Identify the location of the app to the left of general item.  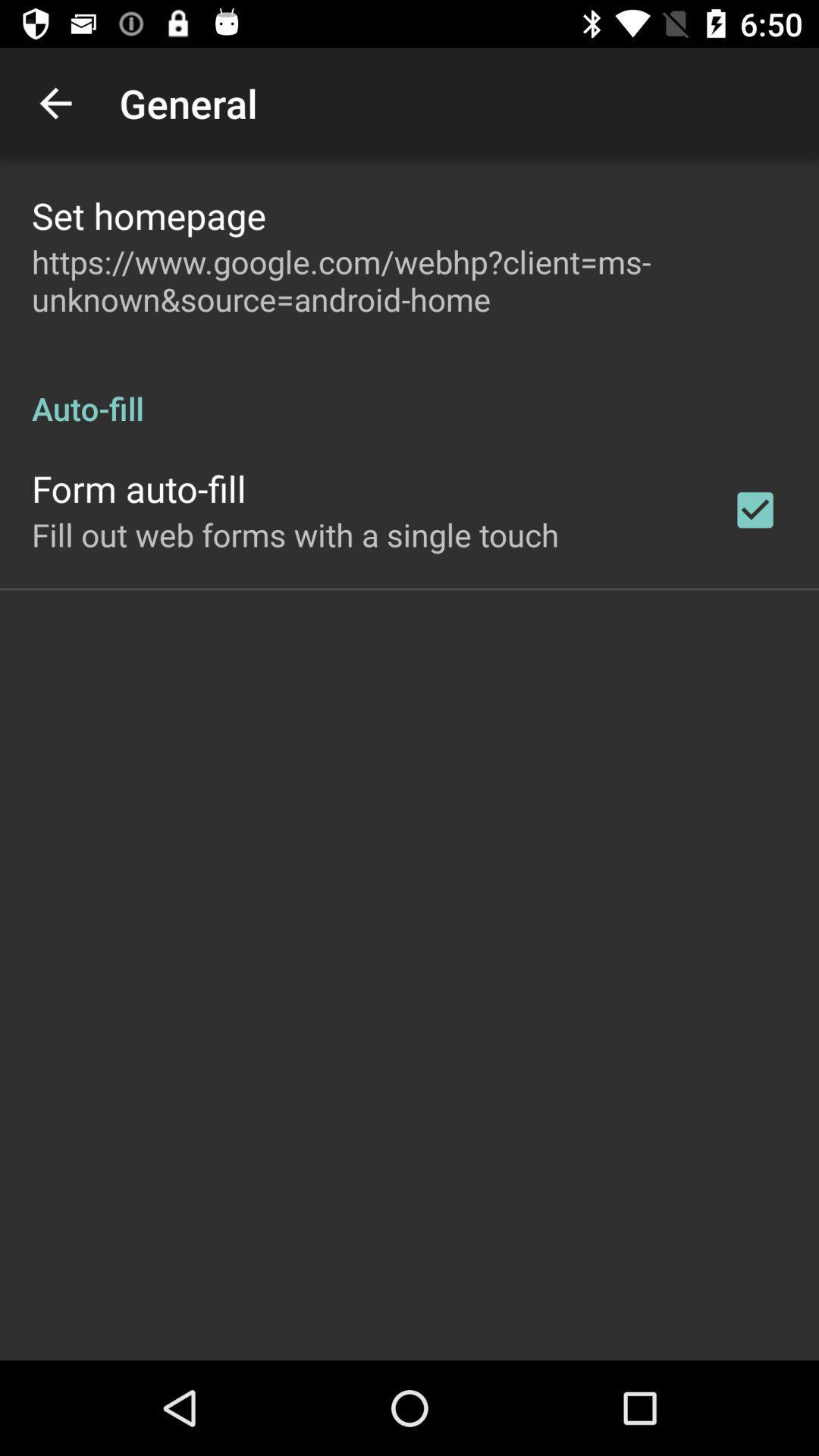
(55, 102).